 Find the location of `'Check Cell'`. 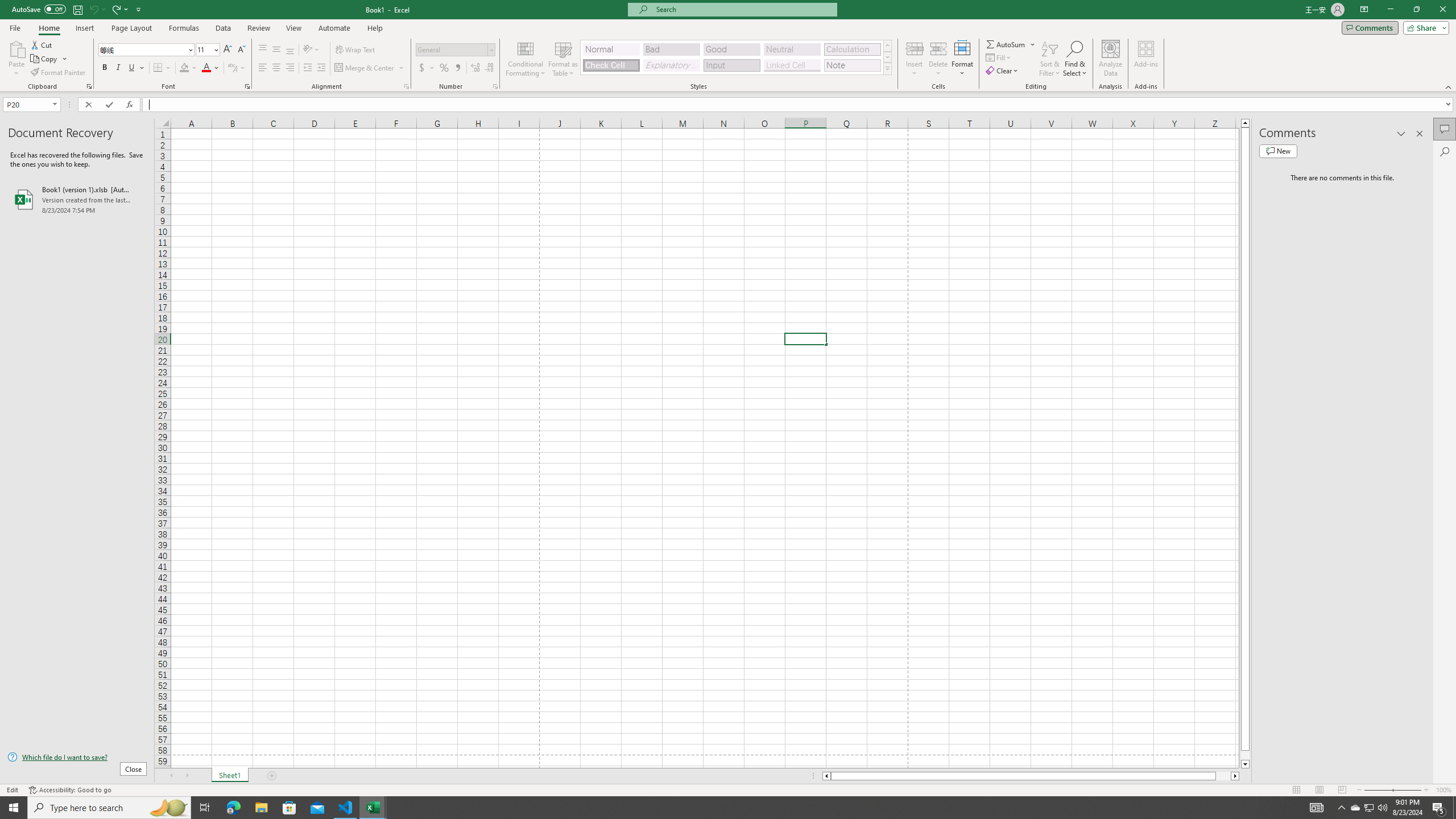

'Check Cell' is located at coordinates (611, 65).